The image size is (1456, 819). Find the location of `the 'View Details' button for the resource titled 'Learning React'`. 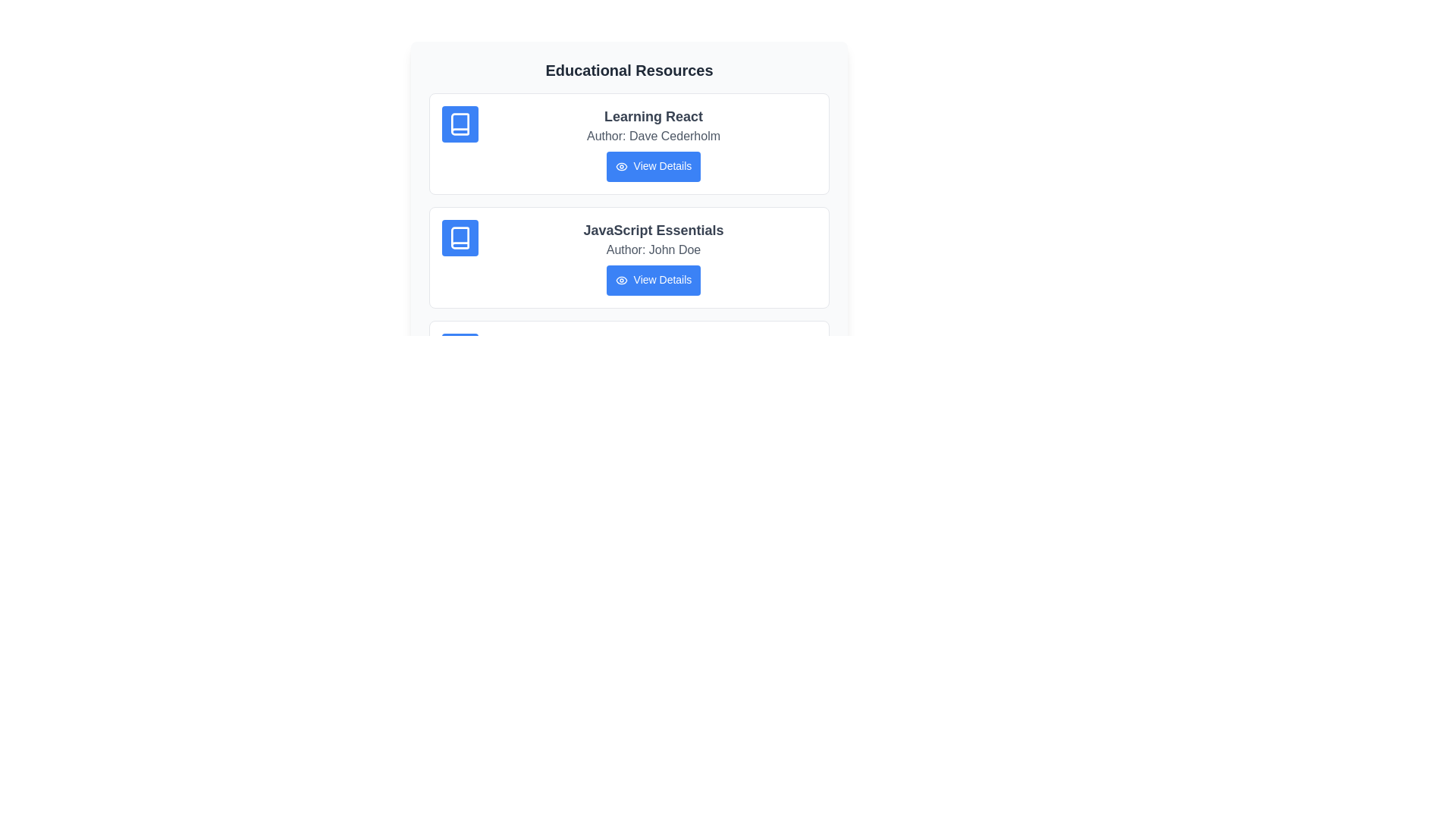

the 'View Details' button for the resource titled 'Learning React' is located at coordinates (654, 166).